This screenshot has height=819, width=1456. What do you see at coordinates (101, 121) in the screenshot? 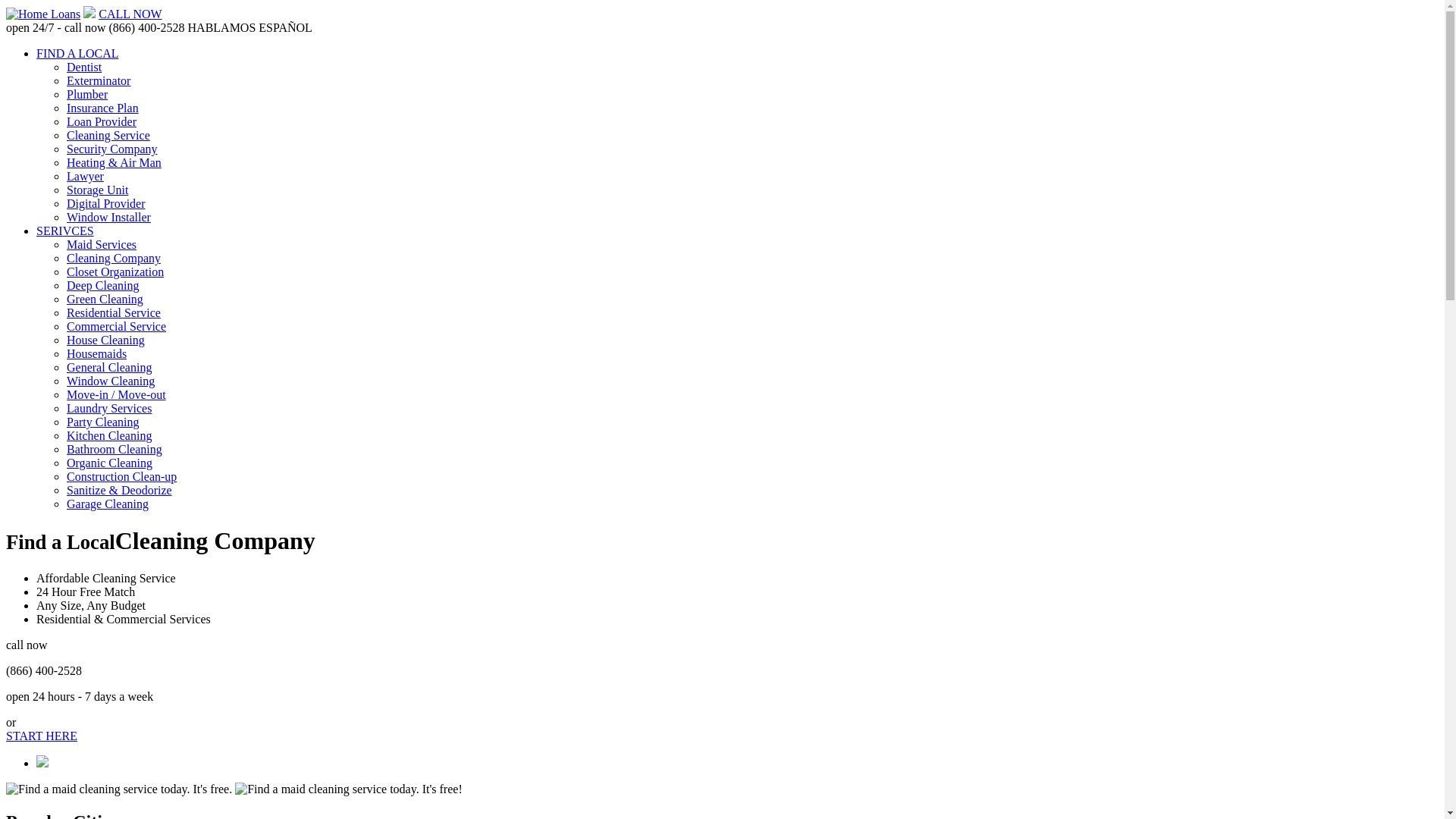
I see `'Loan Provider'` at bounding box center [101, 121].